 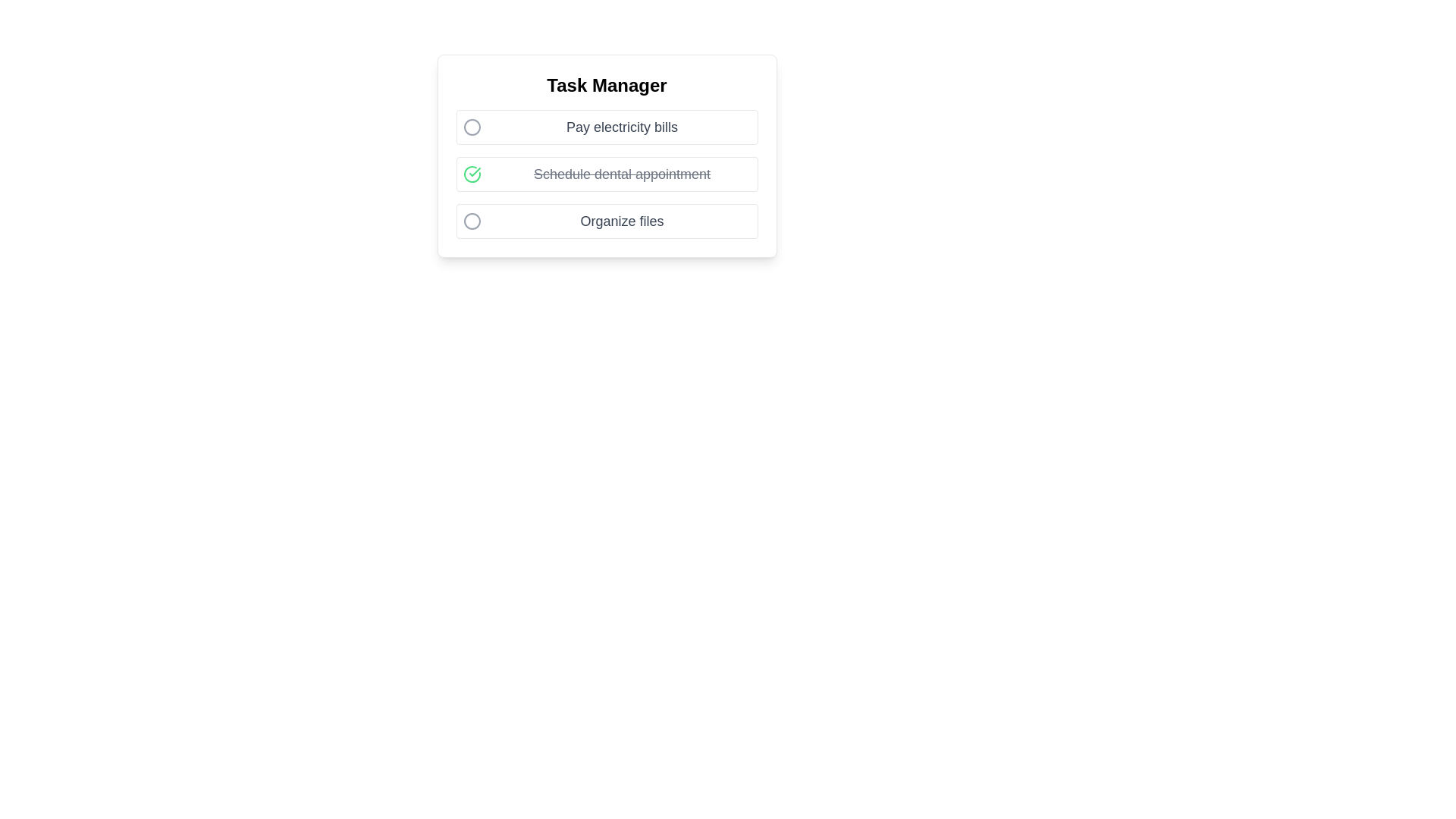 What do you see at coordinates (471, 174) in the screenshot?
I see `the completed task icon indicating 'Schedule dental appointment' in the Task Manager interface` at bounding box center [471, 174].